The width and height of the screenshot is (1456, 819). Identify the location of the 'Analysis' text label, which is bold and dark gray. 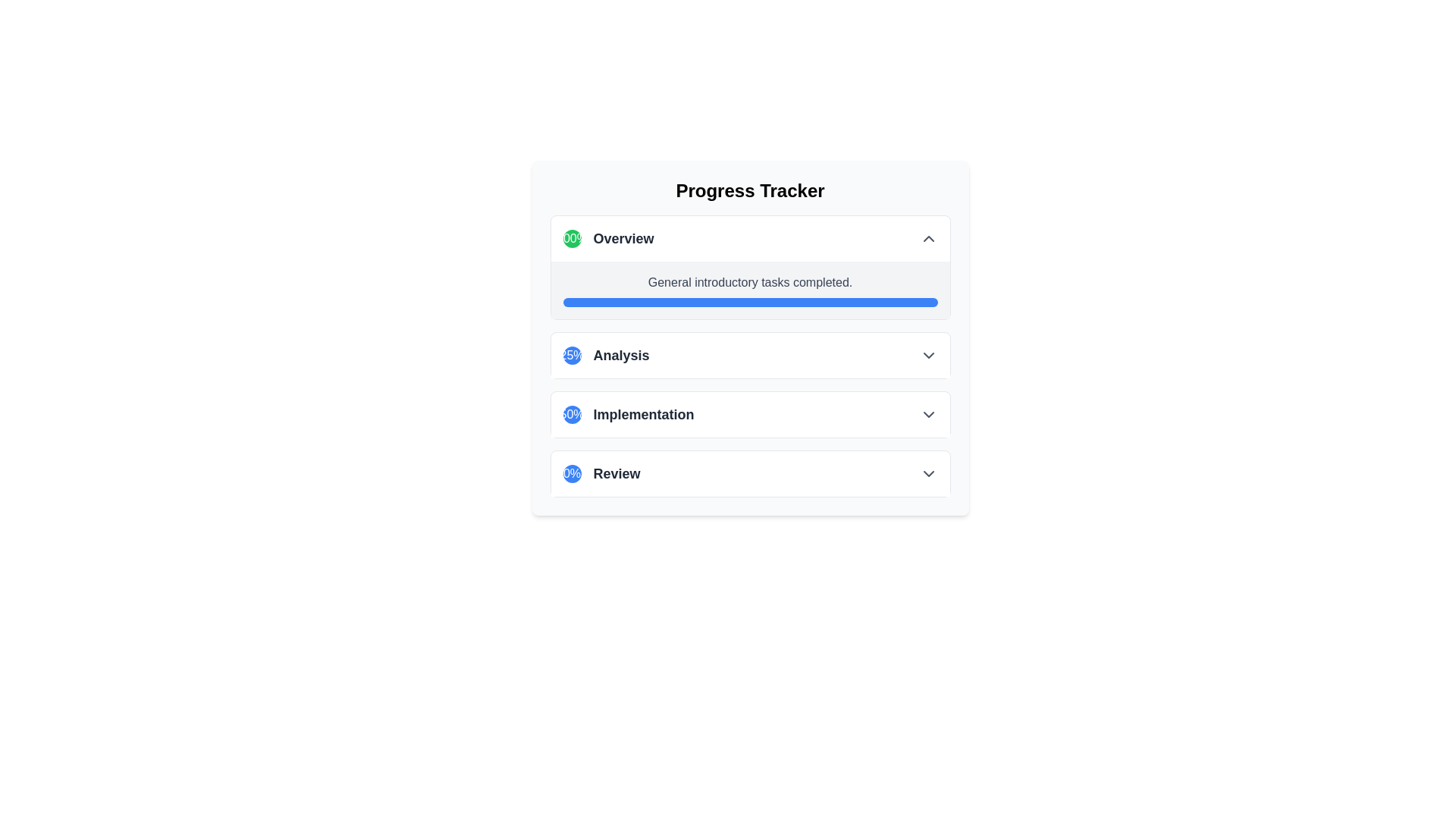
(621, 356).